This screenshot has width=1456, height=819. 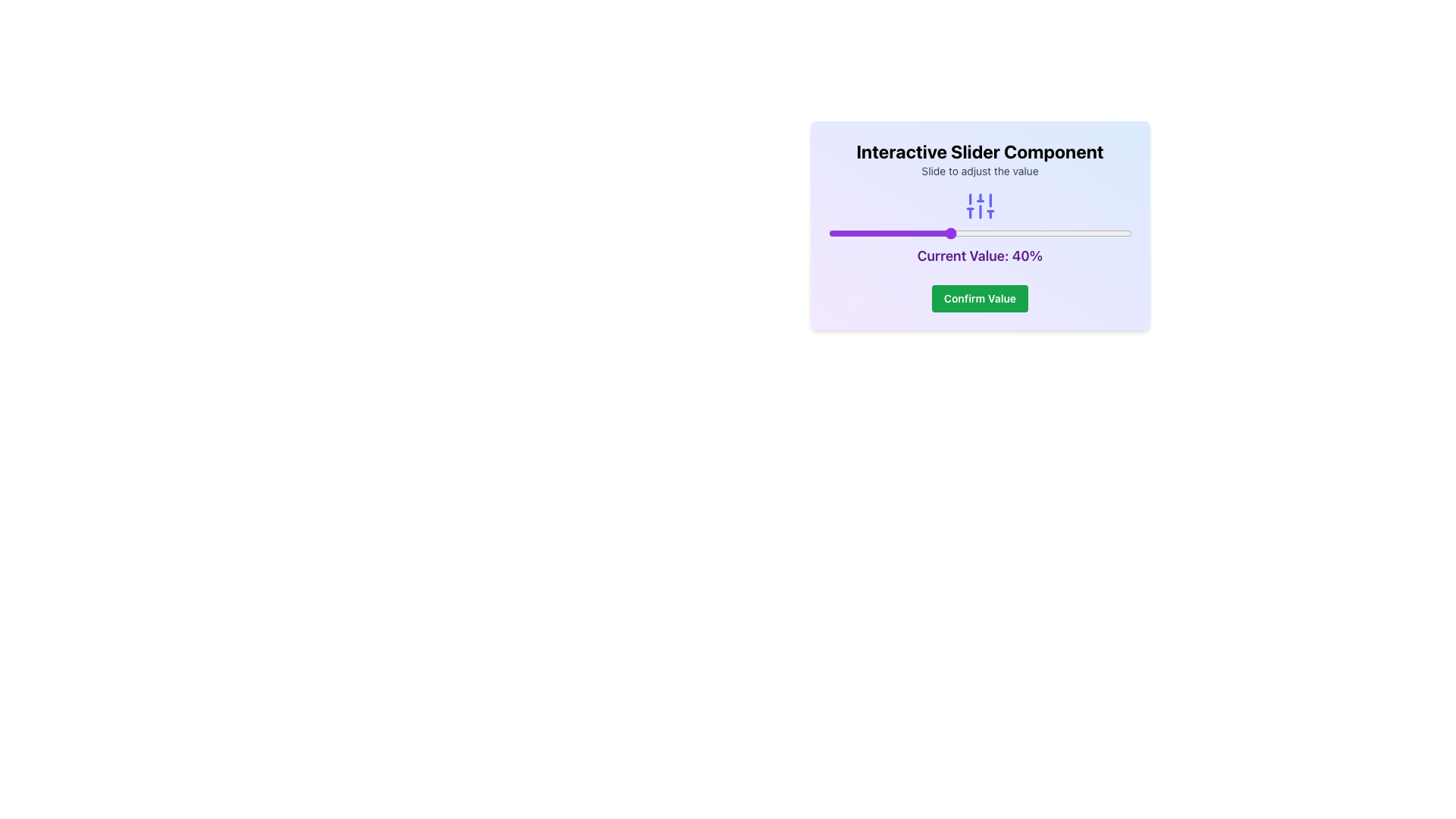 I want to click on the handle of the range slider that allows users to select a value from 0 to 100, positioned above the label 'Current Value: 40%', so click(x=980, y=234).